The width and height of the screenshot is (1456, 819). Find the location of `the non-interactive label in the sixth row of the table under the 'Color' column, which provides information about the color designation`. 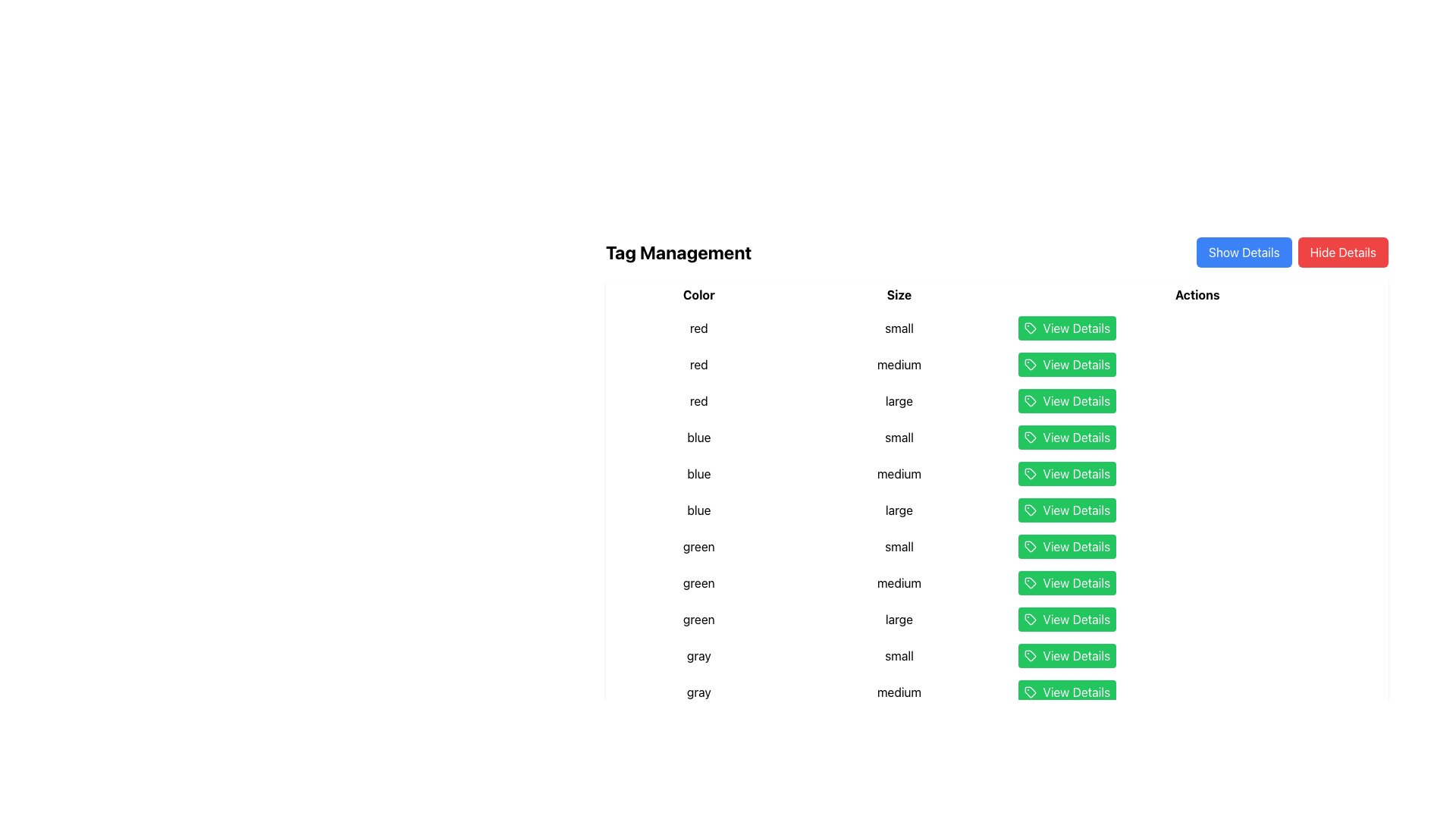

the non-interactive label in the sixth row of the table under the 'Color' column, which provides information about the color designation is located at coordinates (698, 547).